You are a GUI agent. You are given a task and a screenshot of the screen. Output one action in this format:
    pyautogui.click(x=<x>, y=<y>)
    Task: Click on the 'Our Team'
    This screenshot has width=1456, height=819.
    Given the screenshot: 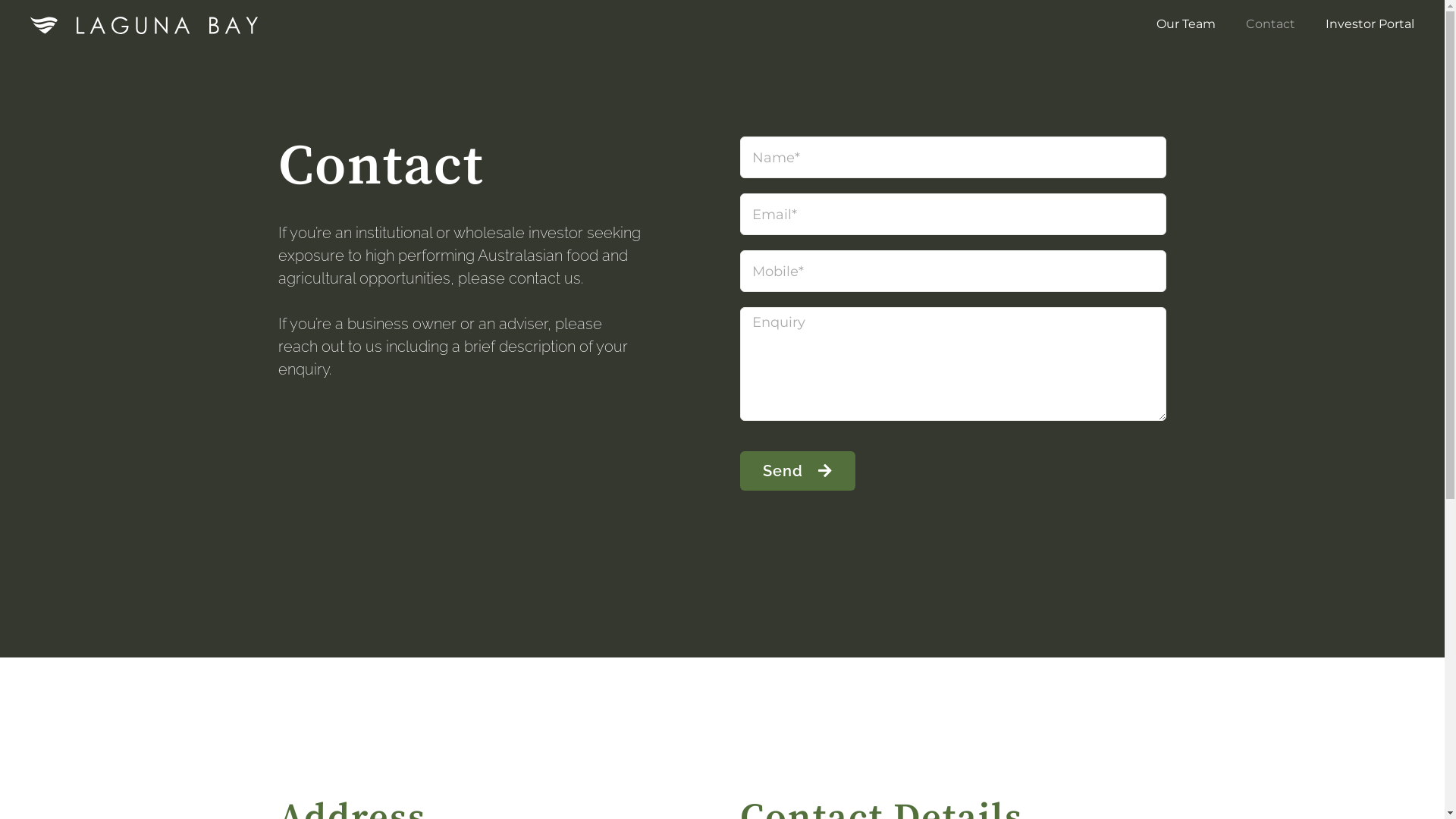 What is the action you would take?
    pyautogui.click(x=1185, y=24)
    